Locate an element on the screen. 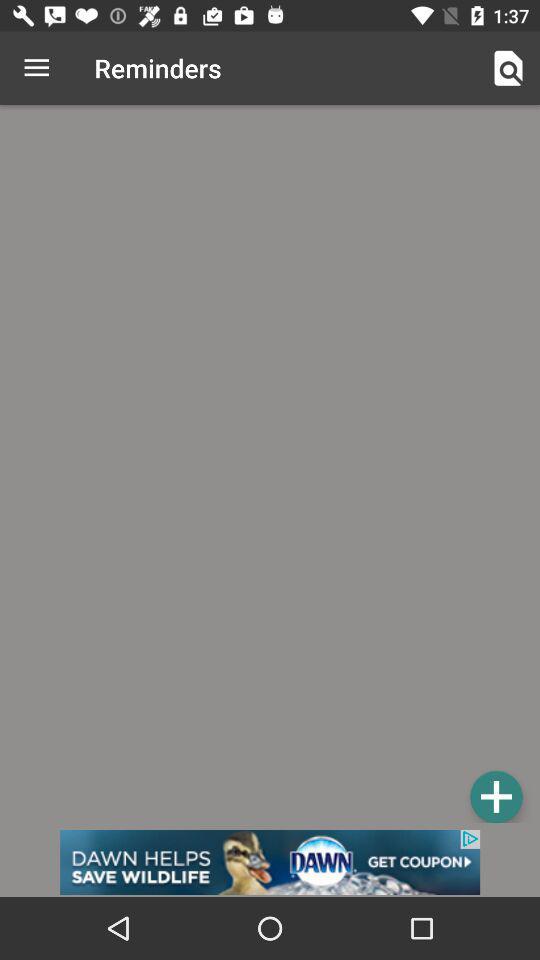 This screenshot has height=960, width=540. banner is located at coordinates (270, 861).